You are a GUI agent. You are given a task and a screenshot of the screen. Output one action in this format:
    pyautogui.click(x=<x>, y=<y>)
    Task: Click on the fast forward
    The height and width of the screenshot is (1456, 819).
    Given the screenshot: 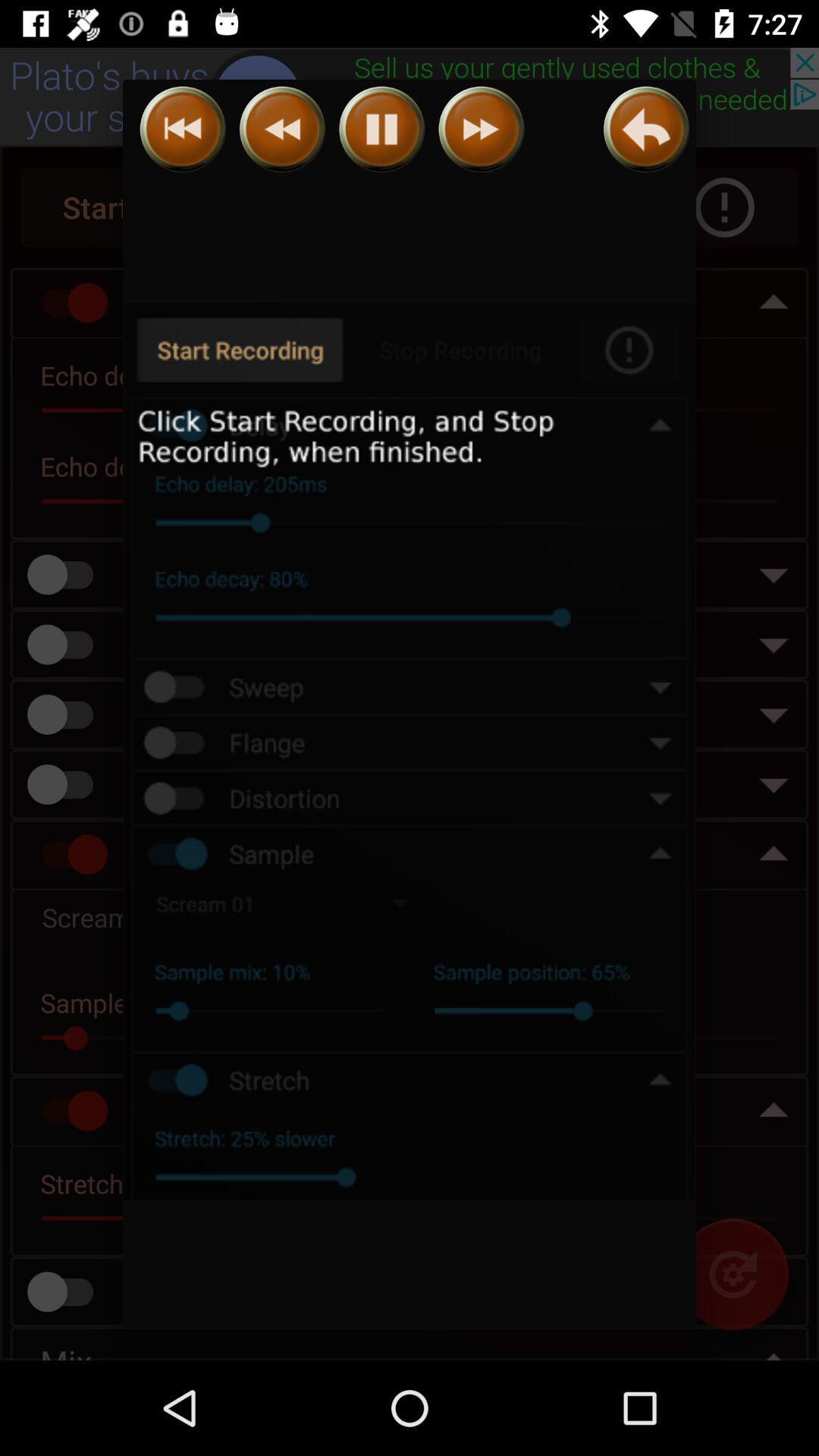 What is the action you would take?
    pyautogui.click(x=481, y=129)
    